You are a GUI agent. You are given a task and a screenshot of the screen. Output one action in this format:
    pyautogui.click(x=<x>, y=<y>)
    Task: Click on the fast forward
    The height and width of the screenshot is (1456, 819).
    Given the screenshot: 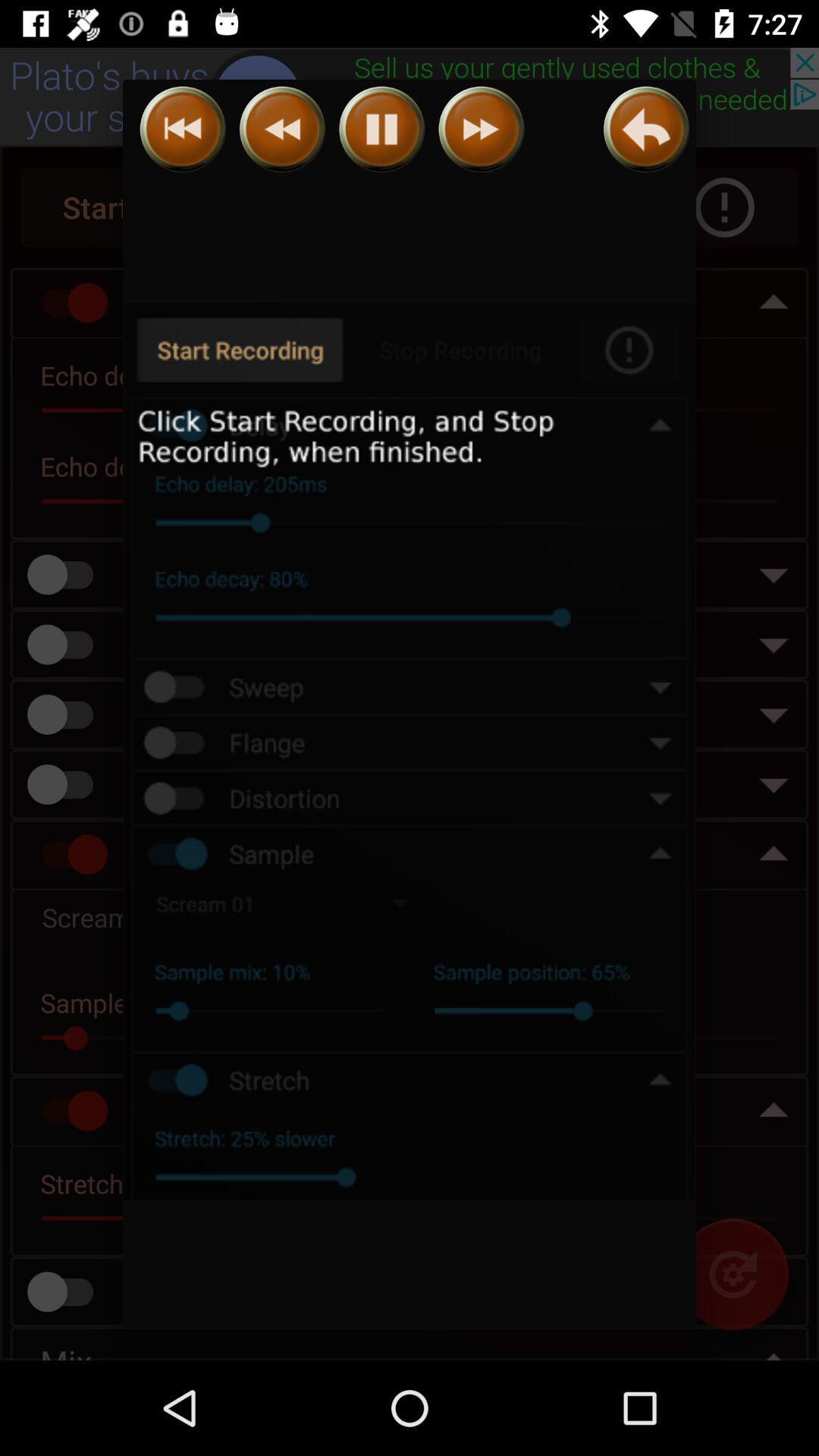 What is the action you would take?
    pyautogui.click(x=481, y=129)
    